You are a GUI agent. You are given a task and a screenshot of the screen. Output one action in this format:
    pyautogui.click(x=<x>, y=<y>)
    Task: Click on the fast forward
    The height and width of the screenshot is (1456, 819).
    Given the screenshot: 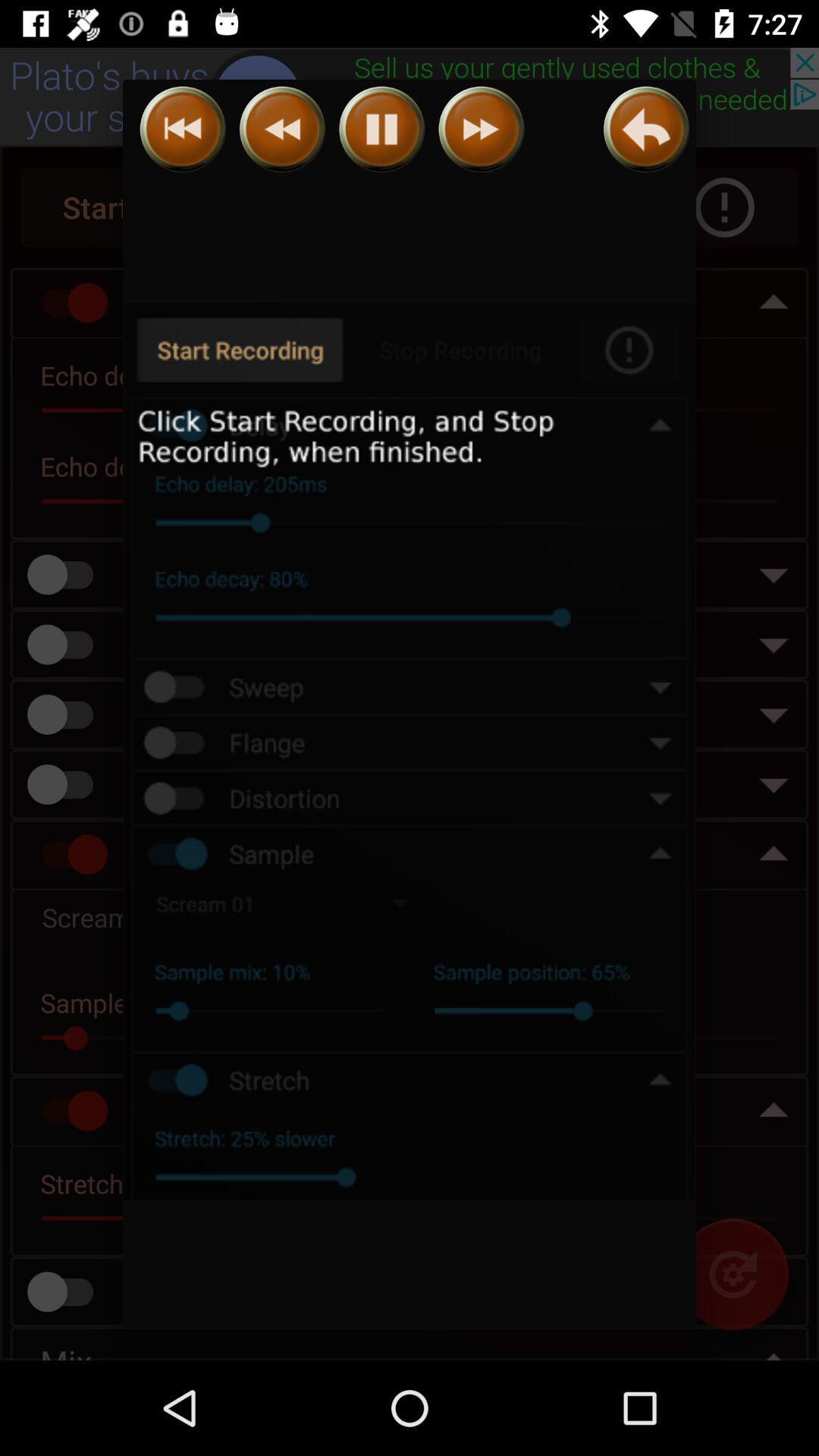 What is the action you would take?
    pyautogui.click(x=481, y=129)
    